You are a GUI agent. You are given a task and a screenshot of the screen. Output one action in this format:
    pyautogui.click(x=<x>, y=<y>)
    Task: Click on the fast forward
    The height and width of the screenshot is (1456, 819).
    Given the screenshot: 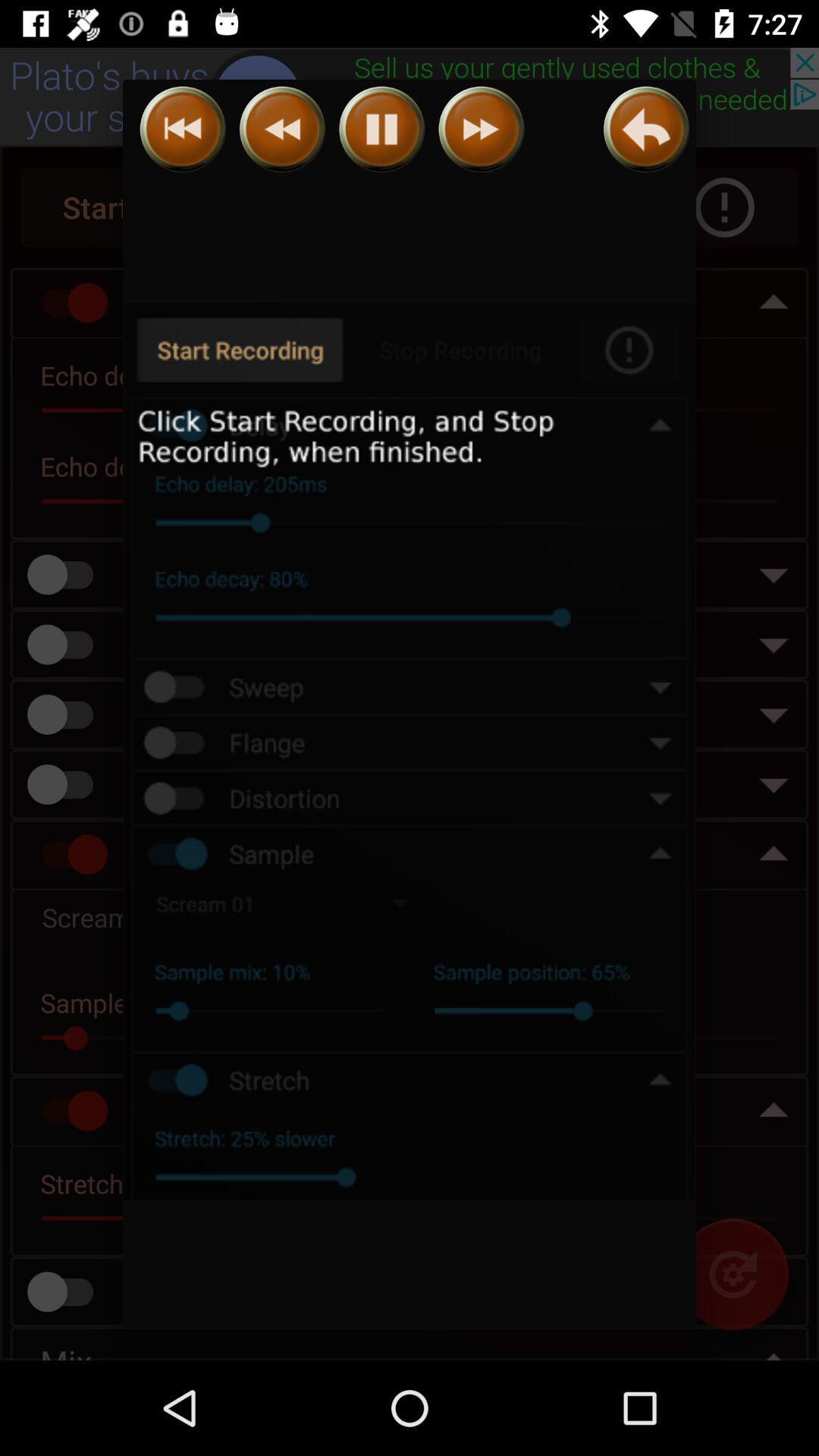 What is the action you would take?
    pyautogui.click(x=481, y=129)
    